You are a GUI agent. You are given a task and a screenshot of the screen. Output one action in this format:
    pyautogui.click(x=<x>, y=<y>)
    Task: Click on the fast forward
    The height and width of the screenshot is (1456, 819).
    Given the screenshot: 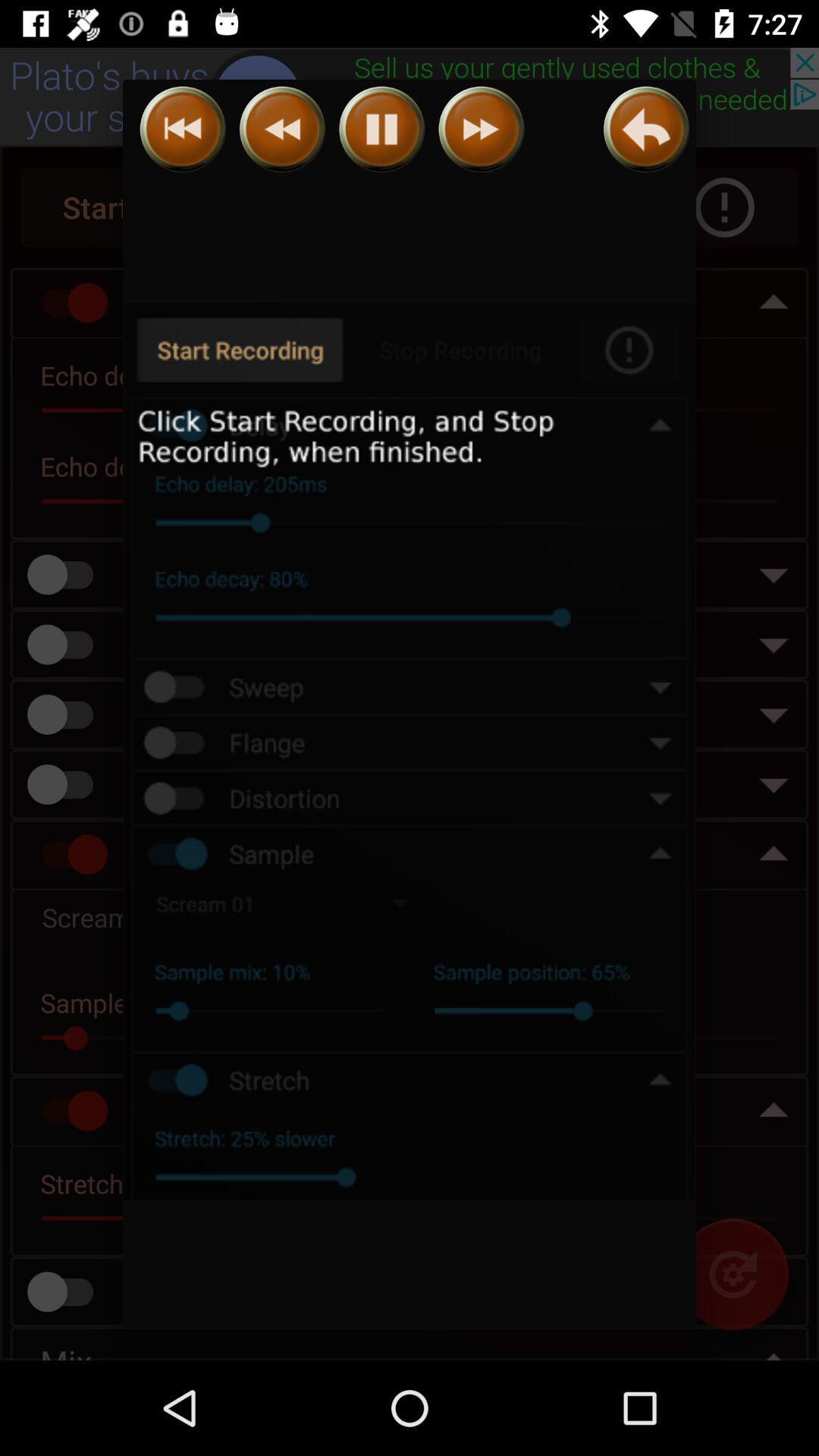 What is the action you would take?
    pyautogui.click(x=481, y=129)
    